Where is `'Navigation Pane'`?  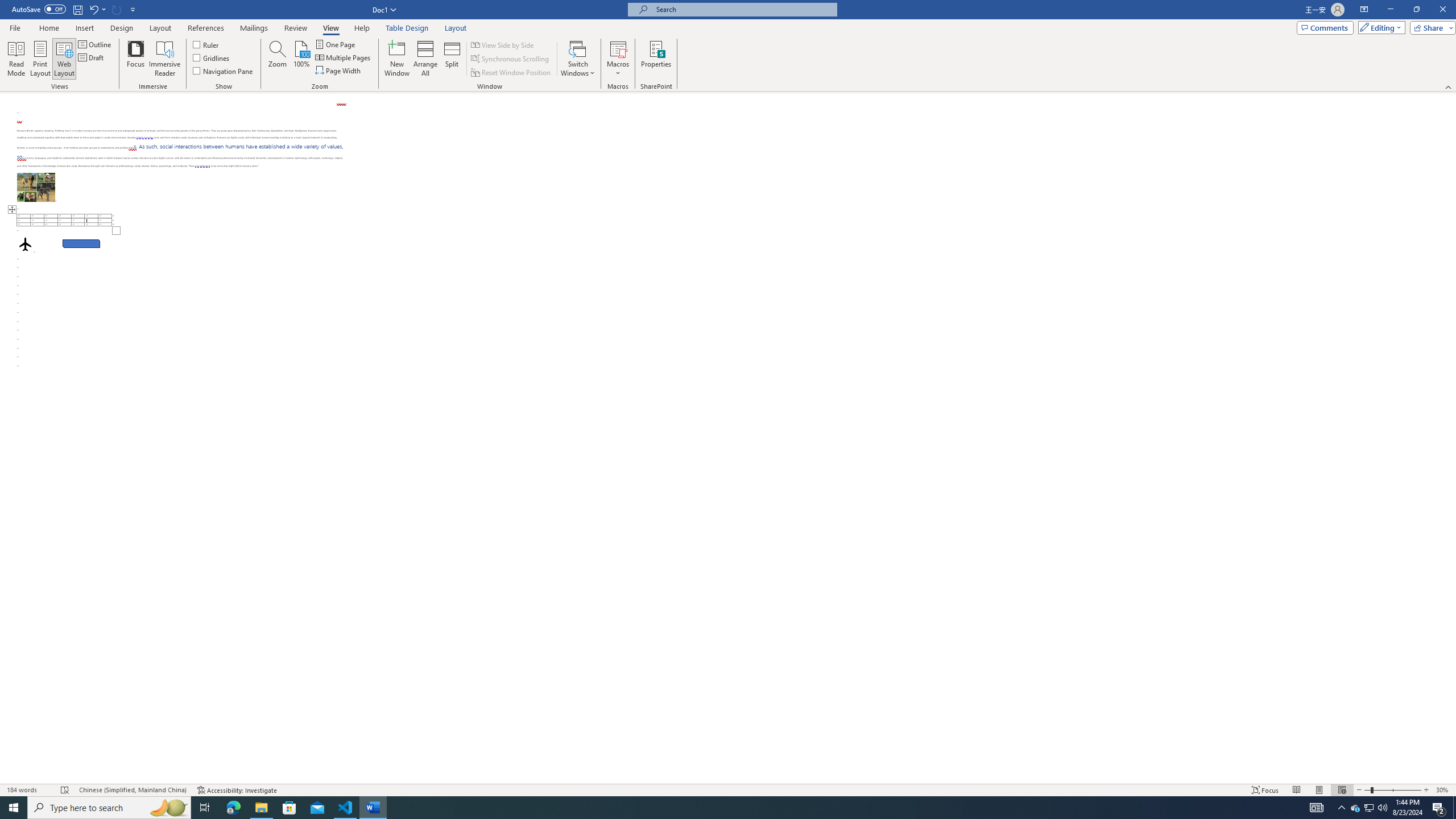
'Navigation Pane' is located at coordinates (222, 69).